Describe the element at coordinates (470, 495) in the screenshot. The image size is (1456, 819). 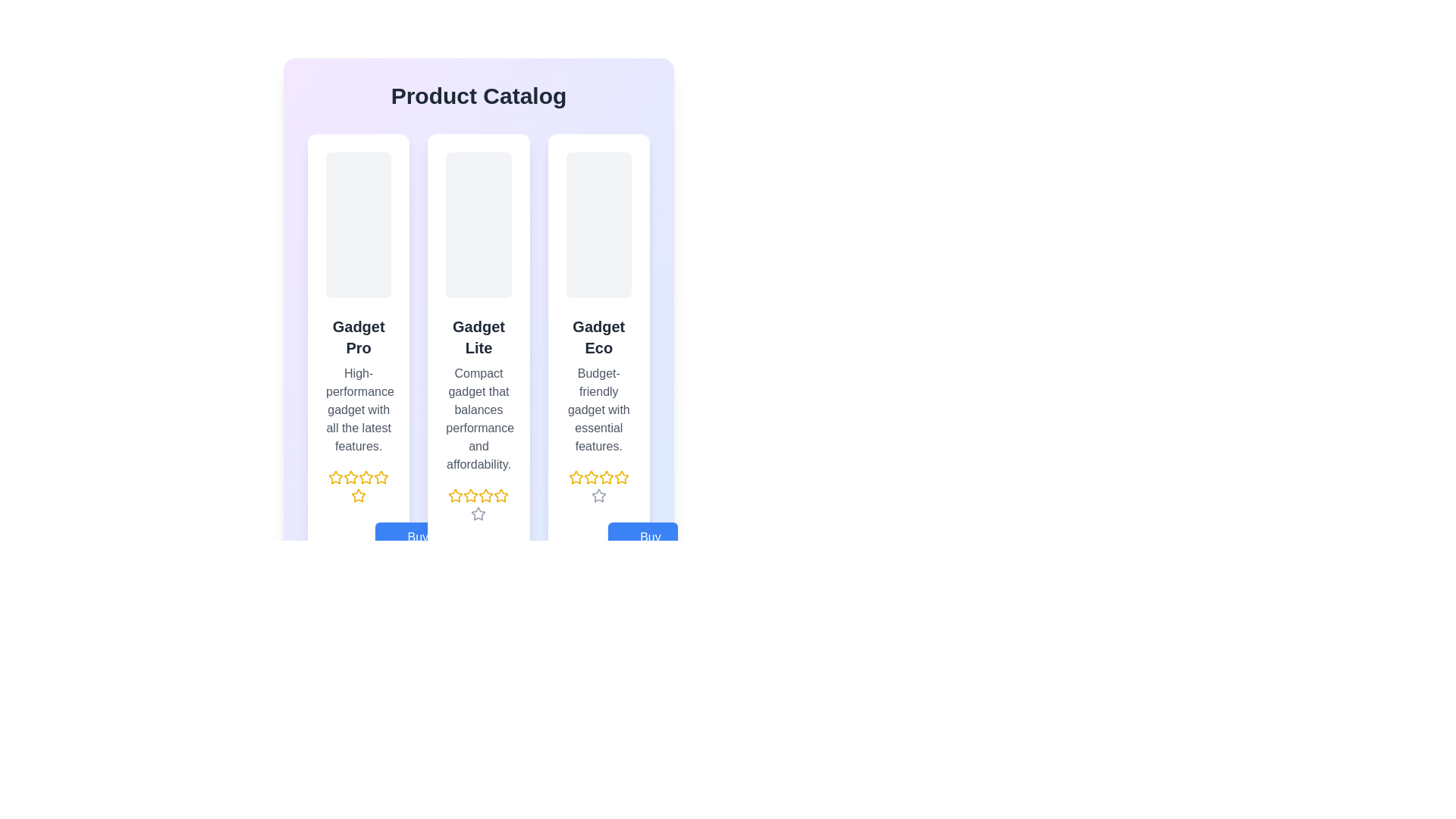
I see `the second golden star icon in the five-star rating system below the text 'Gadget Lite'` at that location.